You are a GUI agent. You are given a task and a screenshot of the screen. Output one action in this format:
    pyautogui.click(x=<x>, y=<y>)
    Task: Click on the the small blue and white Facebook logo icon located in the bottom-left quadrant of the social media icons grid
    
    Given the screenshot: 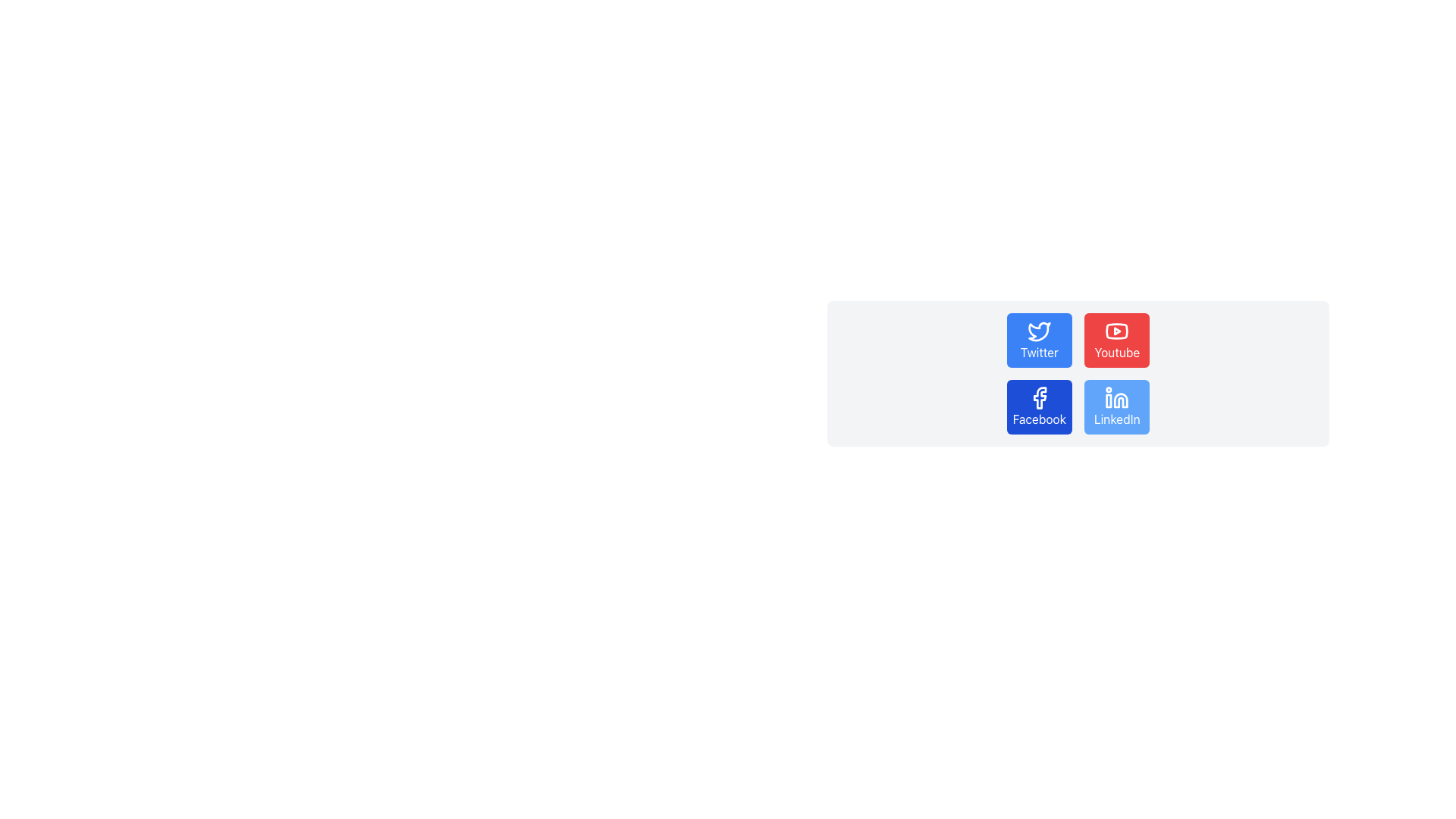 What is the action you would take?
    pyautogui.click(x=1039, y=397)
    